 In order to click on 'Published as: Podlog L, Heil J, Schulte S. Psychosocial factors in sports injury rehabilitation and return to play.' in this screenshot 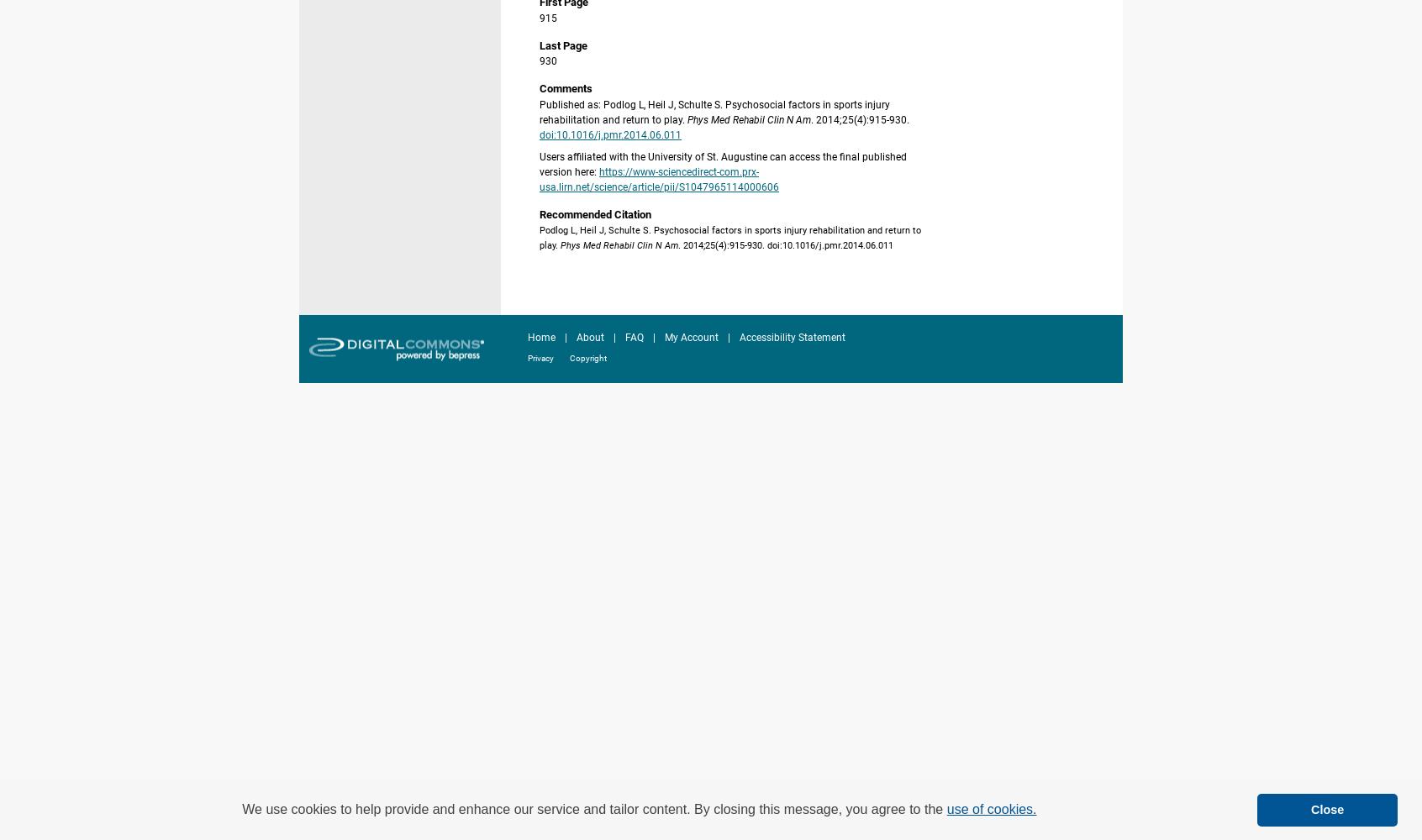, I will do `click(714, 112)`.